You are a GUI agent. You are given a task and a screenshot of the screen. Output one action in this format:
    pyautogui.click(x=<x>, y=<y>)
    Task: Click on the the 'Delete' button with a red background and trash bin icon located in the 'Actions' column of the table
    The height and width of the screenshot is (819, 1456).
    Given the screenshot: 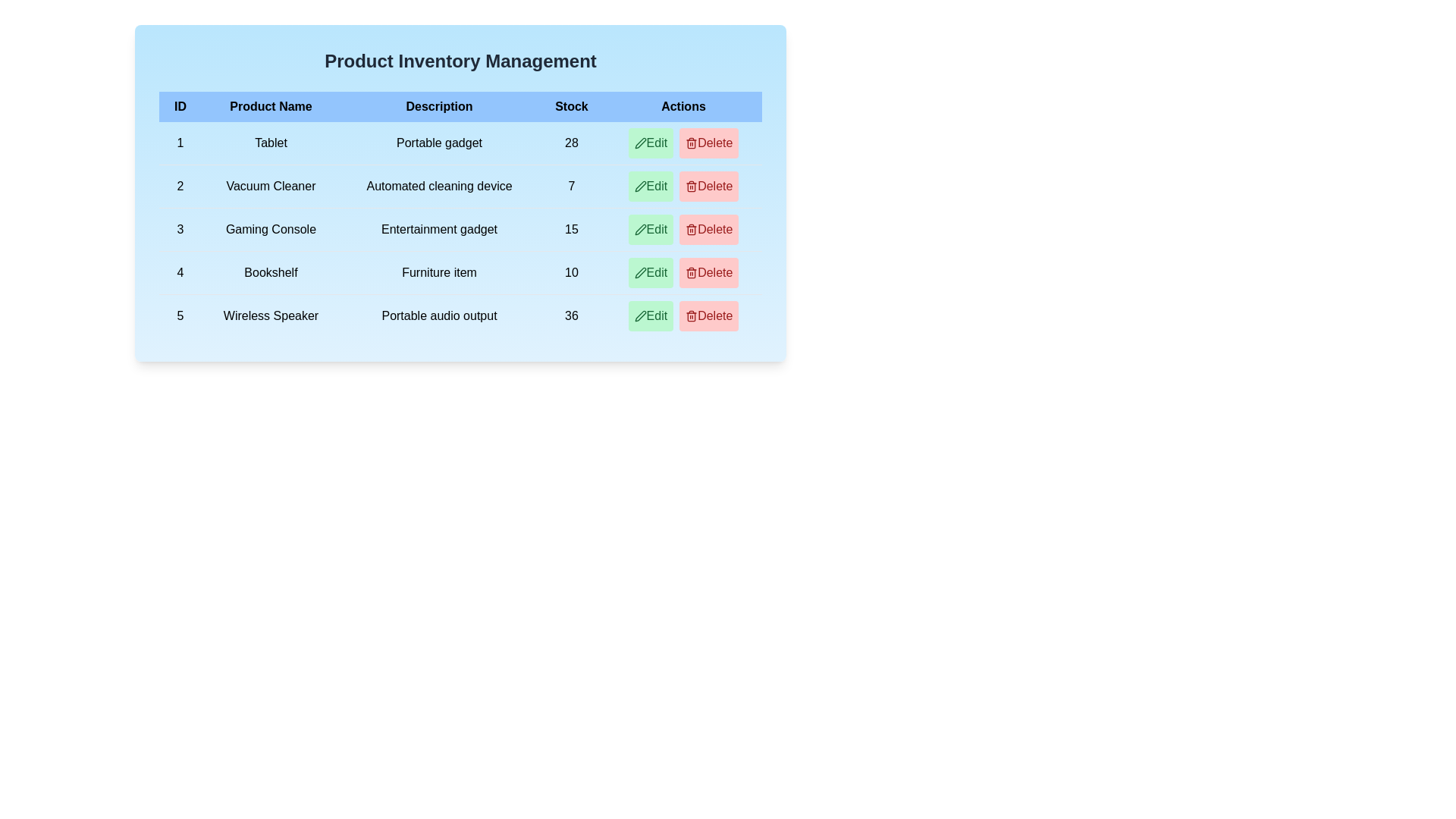 What is the action you would take?
    pyautogui.click(x=708, y=143)
    